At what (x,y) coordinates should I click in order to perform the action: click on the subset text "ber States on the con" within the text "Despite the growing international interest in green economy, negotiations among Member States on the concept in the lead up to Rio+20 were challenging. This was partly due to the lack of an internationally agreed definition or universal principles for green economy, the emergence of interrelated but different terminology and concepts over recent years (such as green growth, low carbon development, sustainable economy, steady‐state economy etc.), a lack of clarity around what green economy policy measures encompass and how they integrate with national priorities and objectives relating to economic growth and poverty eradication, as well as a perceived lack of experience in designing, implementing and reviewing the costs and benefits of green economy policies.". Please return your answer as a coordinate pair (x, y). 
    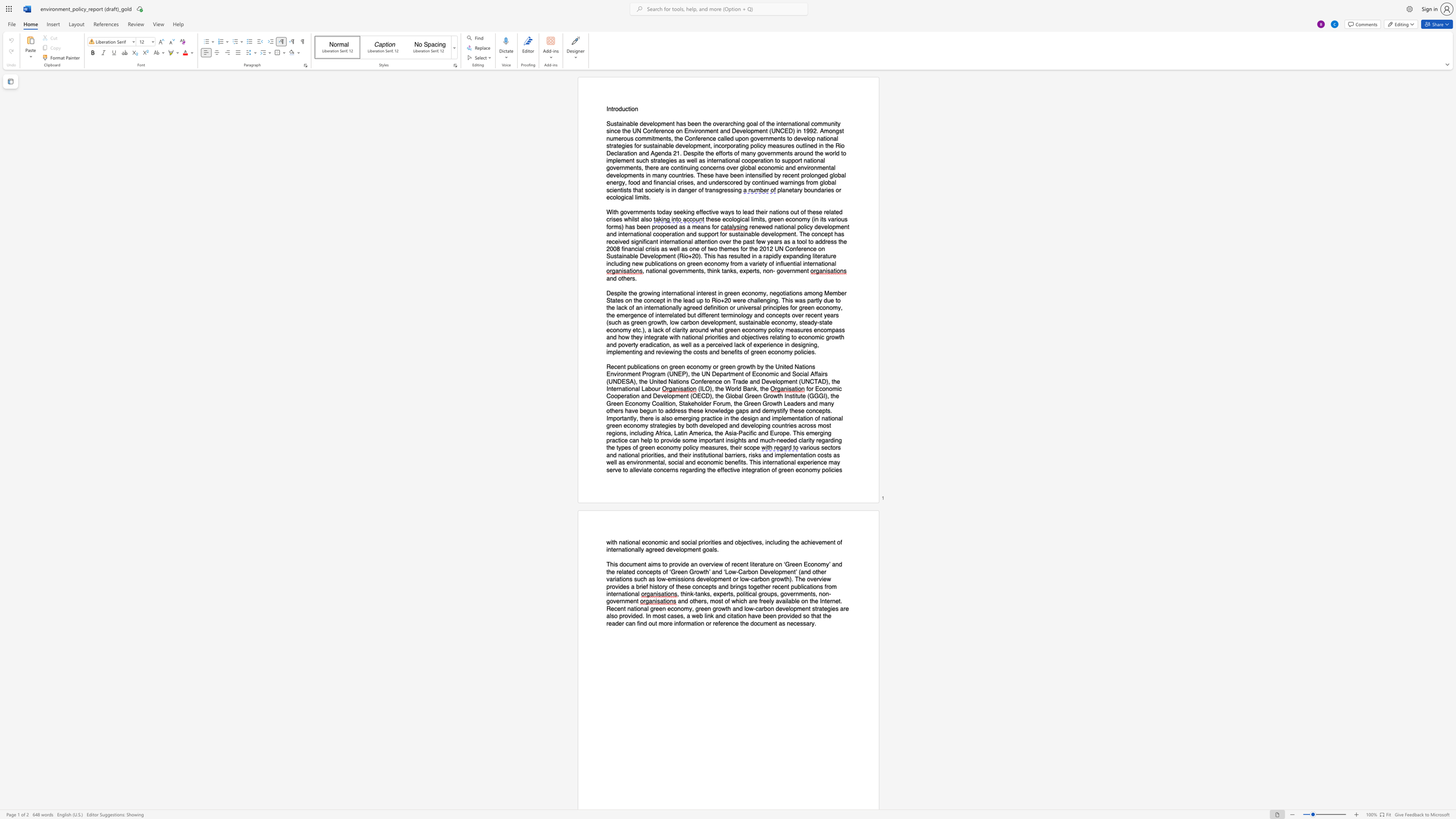
    Looking at the image, I should click on (837, 292).